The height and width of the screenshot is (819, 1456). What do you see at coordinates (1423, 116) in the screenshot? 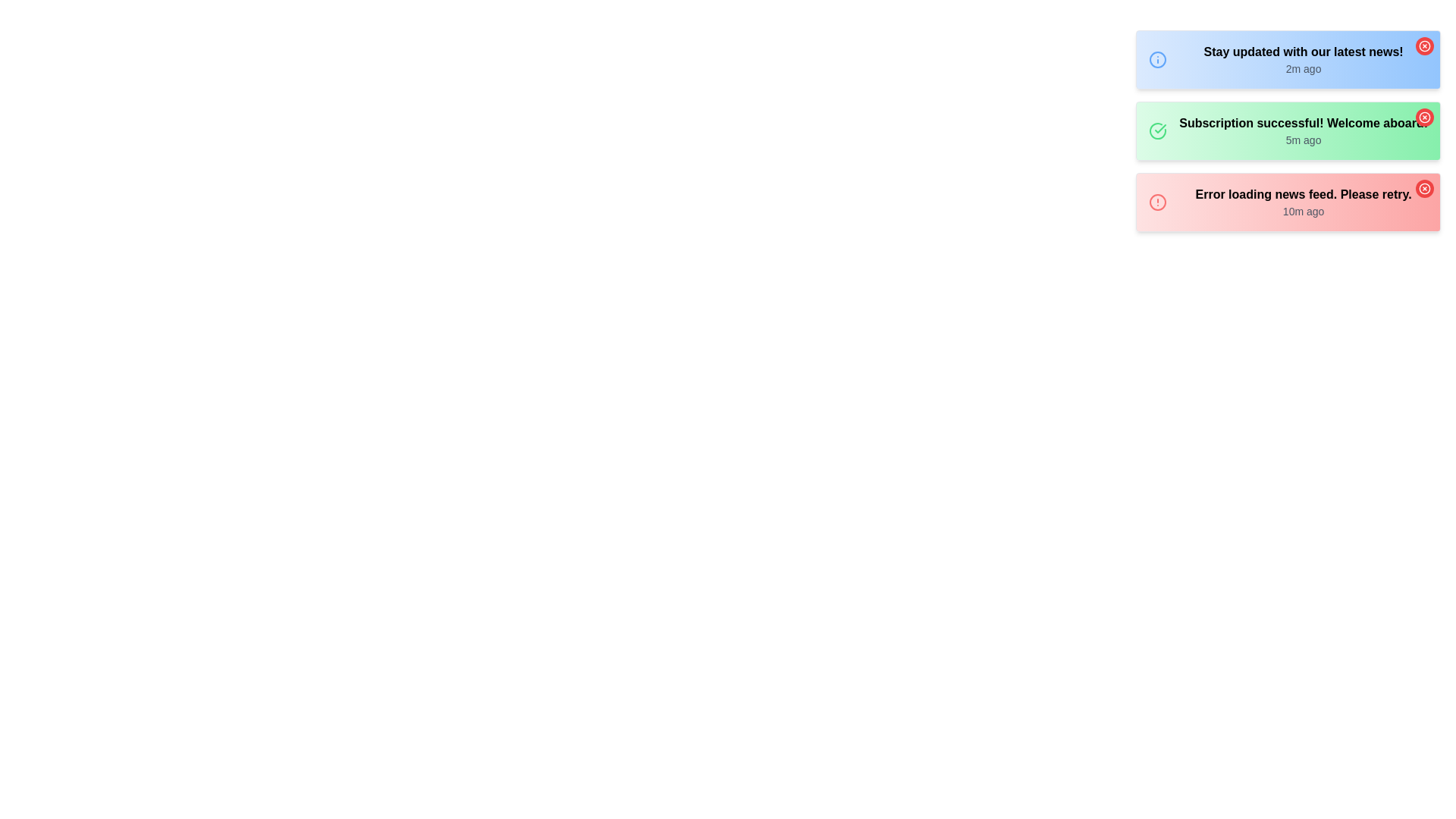
I see `the circular close button with an 'X' icon located at the top-right corner of the notification card` at bounding box center [1423, 116].